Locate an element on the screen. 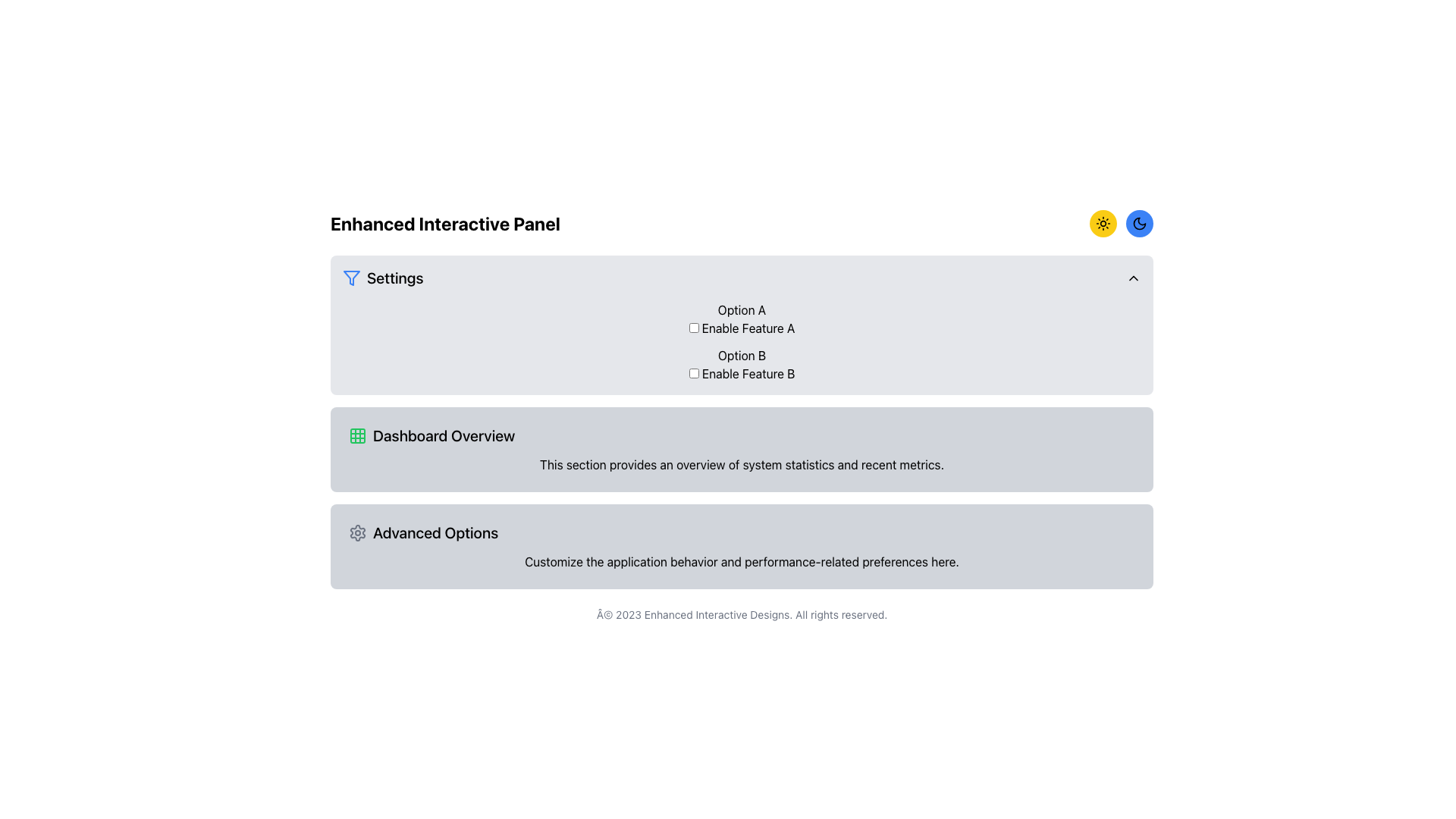  the 'Advanced Options' text label, which serves as an indicator for the corresponding section of the interface is located at coordinates (435, 532).